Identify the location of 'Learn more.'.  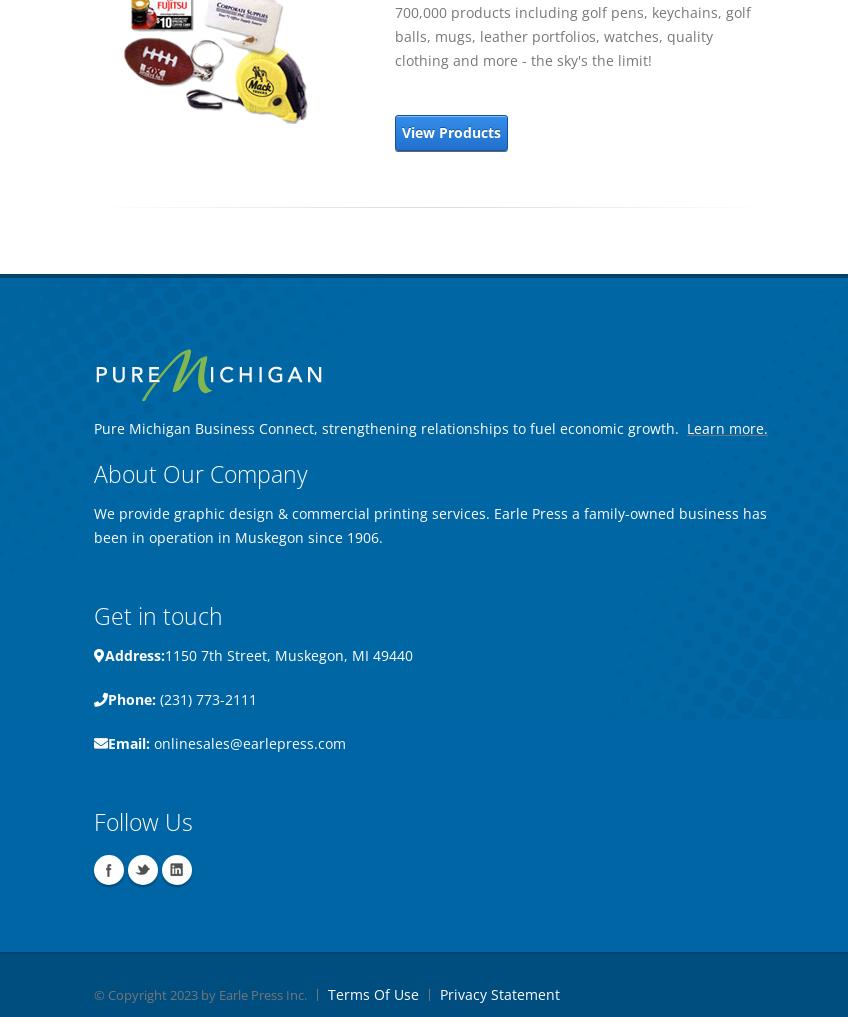
(727, 428).